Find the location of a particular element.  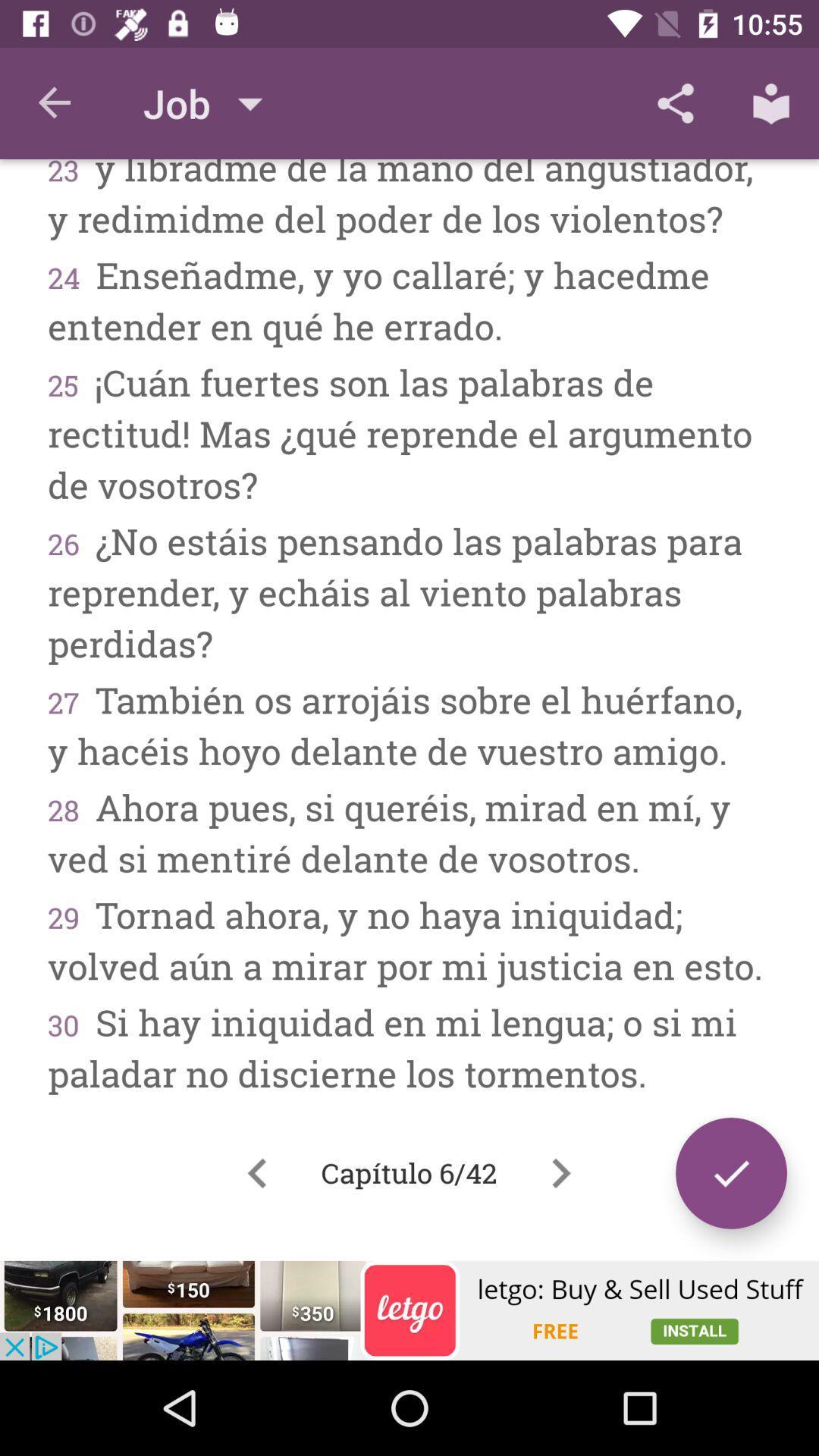

item at the bottom left corner is located at coordinates (256, 1172).